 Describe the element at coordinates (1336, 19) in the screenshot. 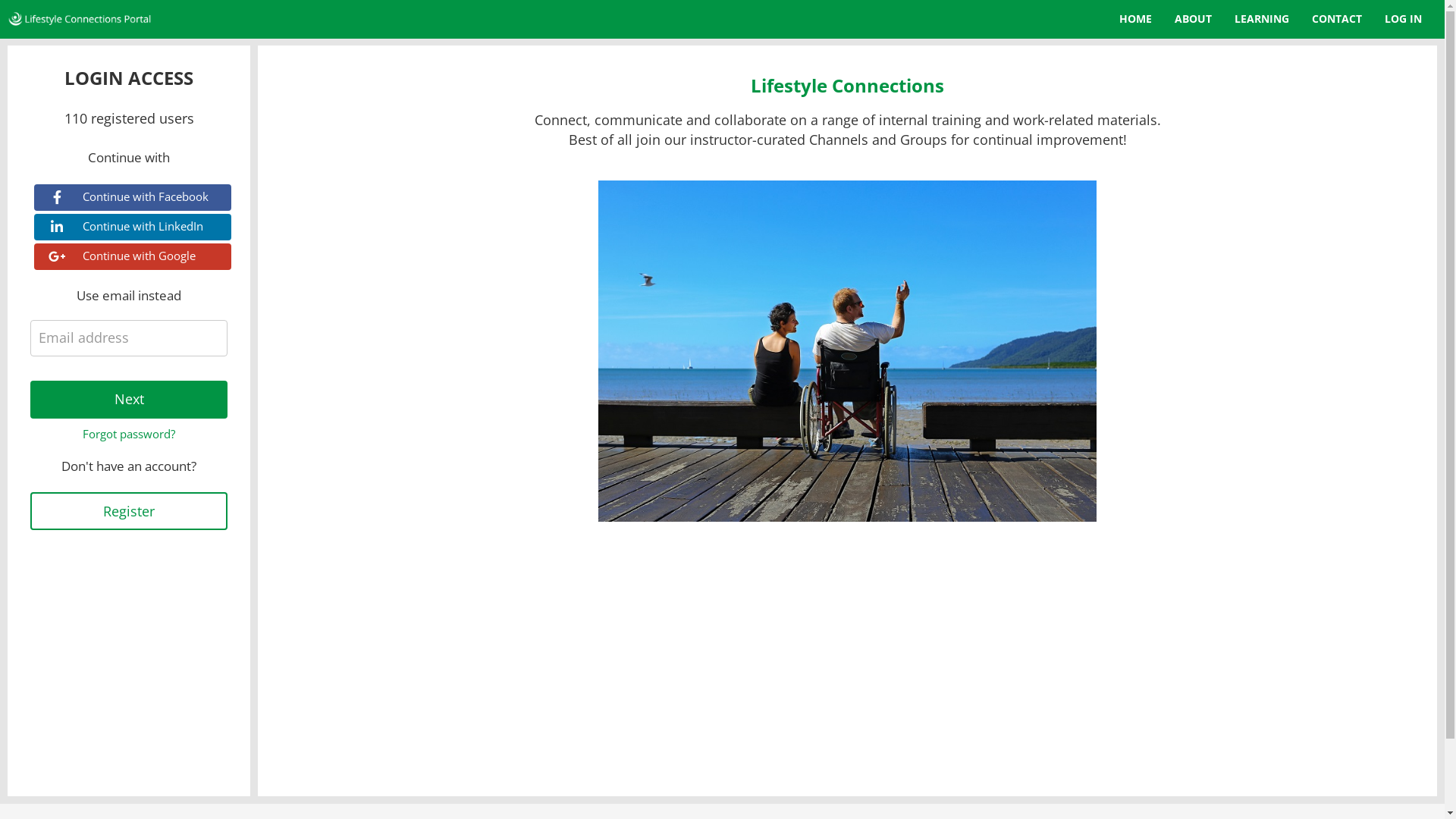

I see `'CONTACT'` at that location.